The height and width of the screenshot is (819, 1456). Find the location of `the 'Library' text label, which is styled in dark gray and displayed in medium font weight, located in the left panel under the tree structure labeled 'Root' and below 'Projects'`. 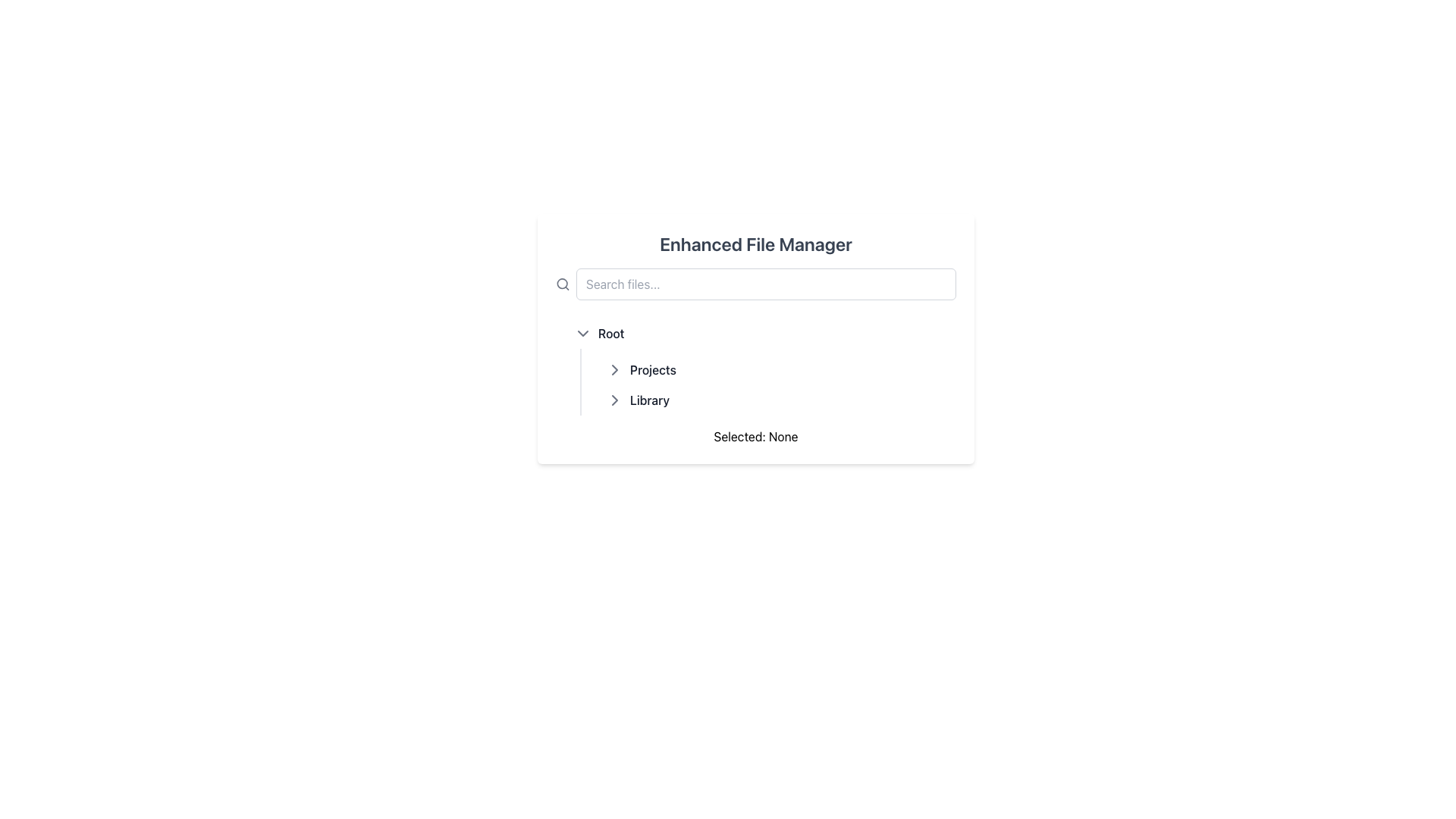

the 'Library' text label, which is styled in dark gray and displayed in medium font weight, located in the left panel under the tree structure labeled 'Root' and below 'Projects' is located at coordinates (650, 400).